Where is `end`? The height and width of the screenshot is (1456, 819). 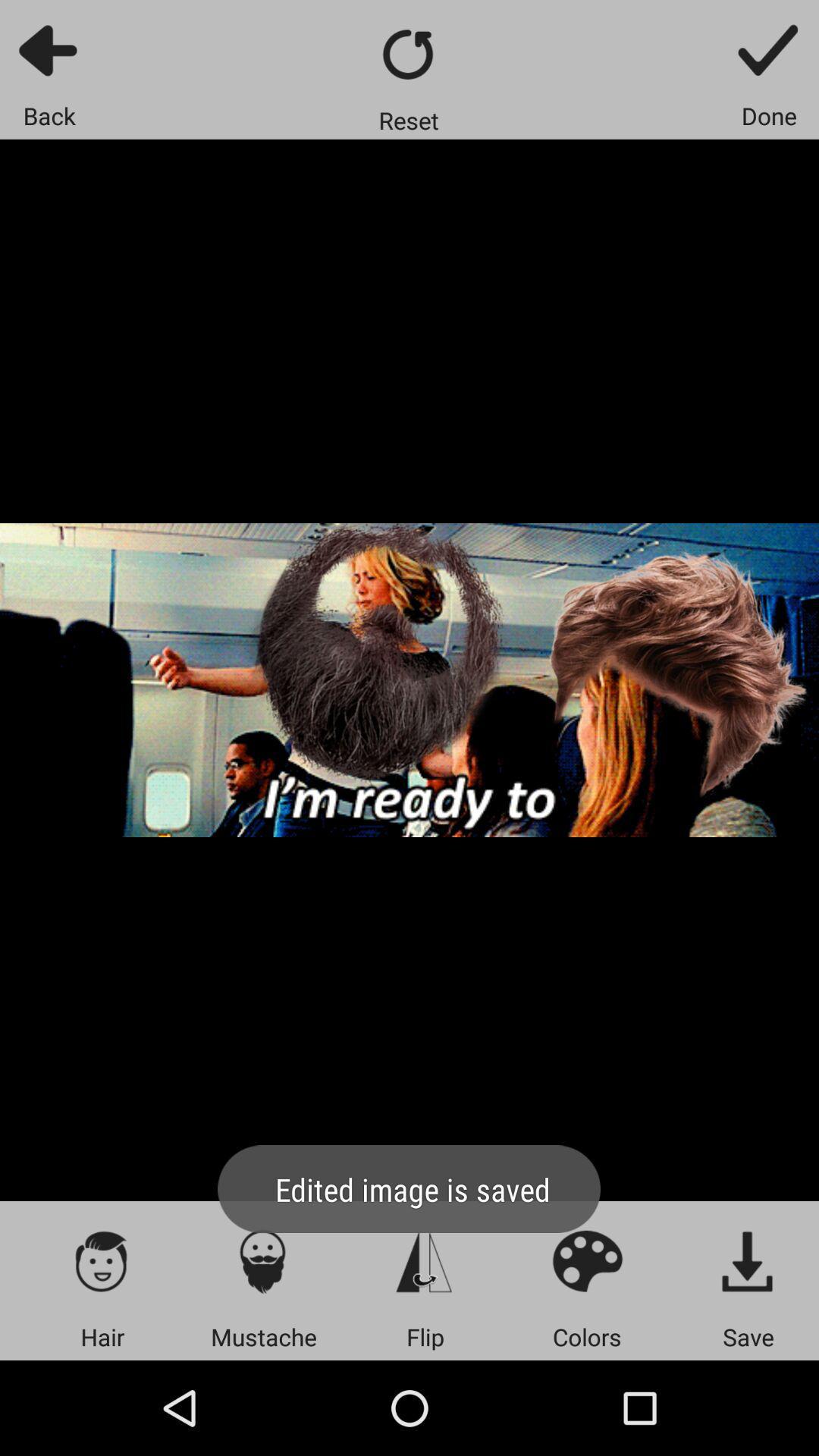 end is located at coordinates (769, 49).